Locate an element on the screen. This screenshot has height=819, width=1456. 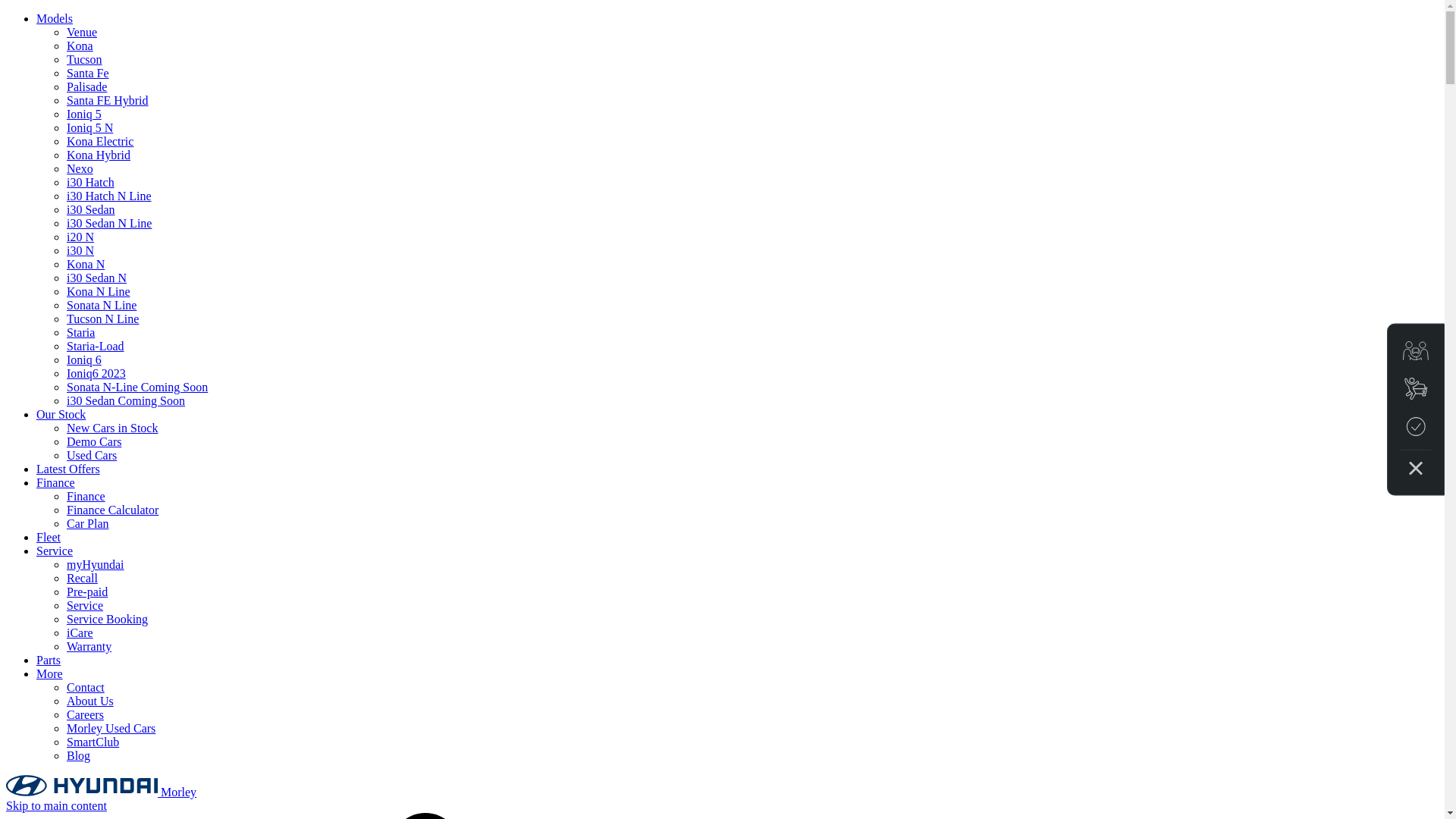
'Venue' is located at coordinates (80, 32).